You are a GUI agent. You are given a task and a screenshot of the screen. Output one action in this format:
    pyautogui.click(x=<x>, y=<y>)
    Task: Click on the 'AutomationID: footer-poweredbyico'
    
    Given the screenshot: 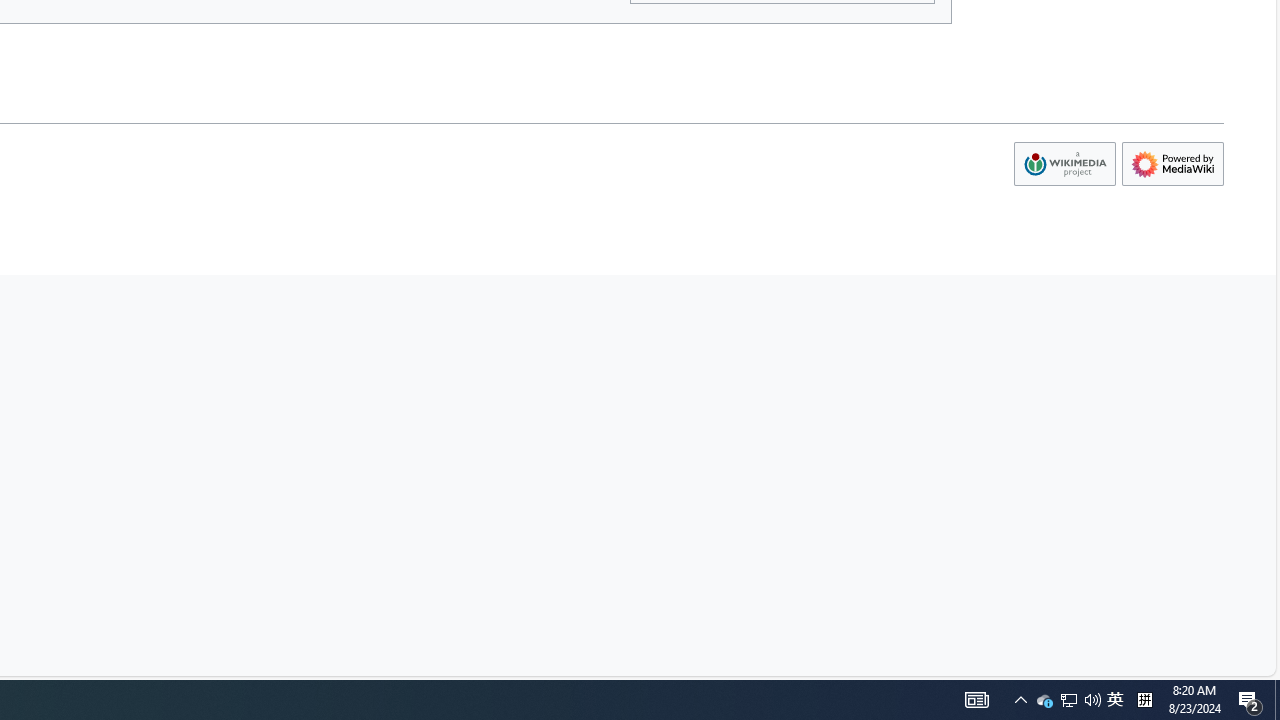 What is the action you would take?
    pyautogui.click(x=1173, y=163)
    